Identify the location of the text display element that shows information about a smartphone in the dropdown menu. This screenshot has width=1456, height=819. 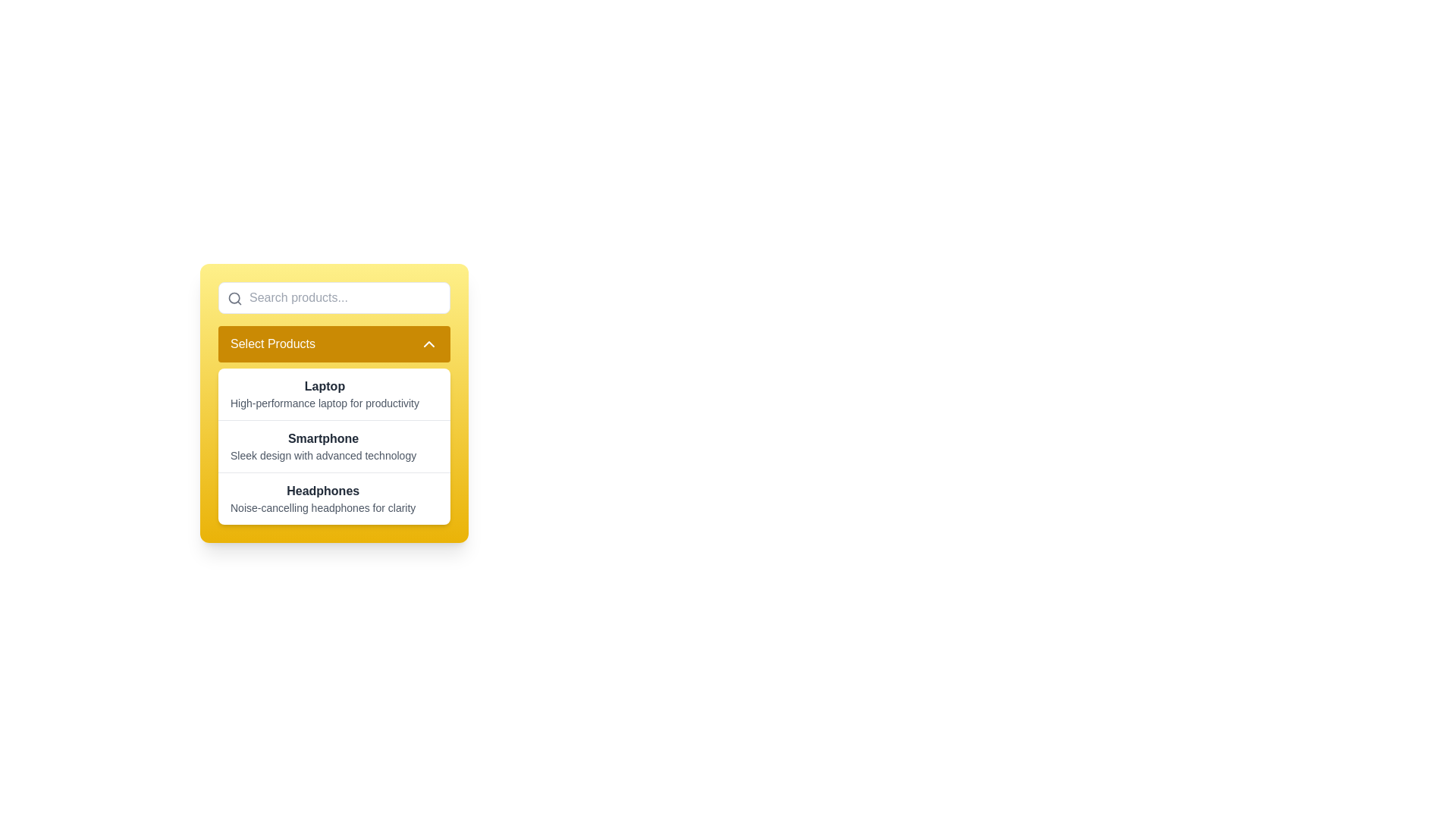
(334, 445).